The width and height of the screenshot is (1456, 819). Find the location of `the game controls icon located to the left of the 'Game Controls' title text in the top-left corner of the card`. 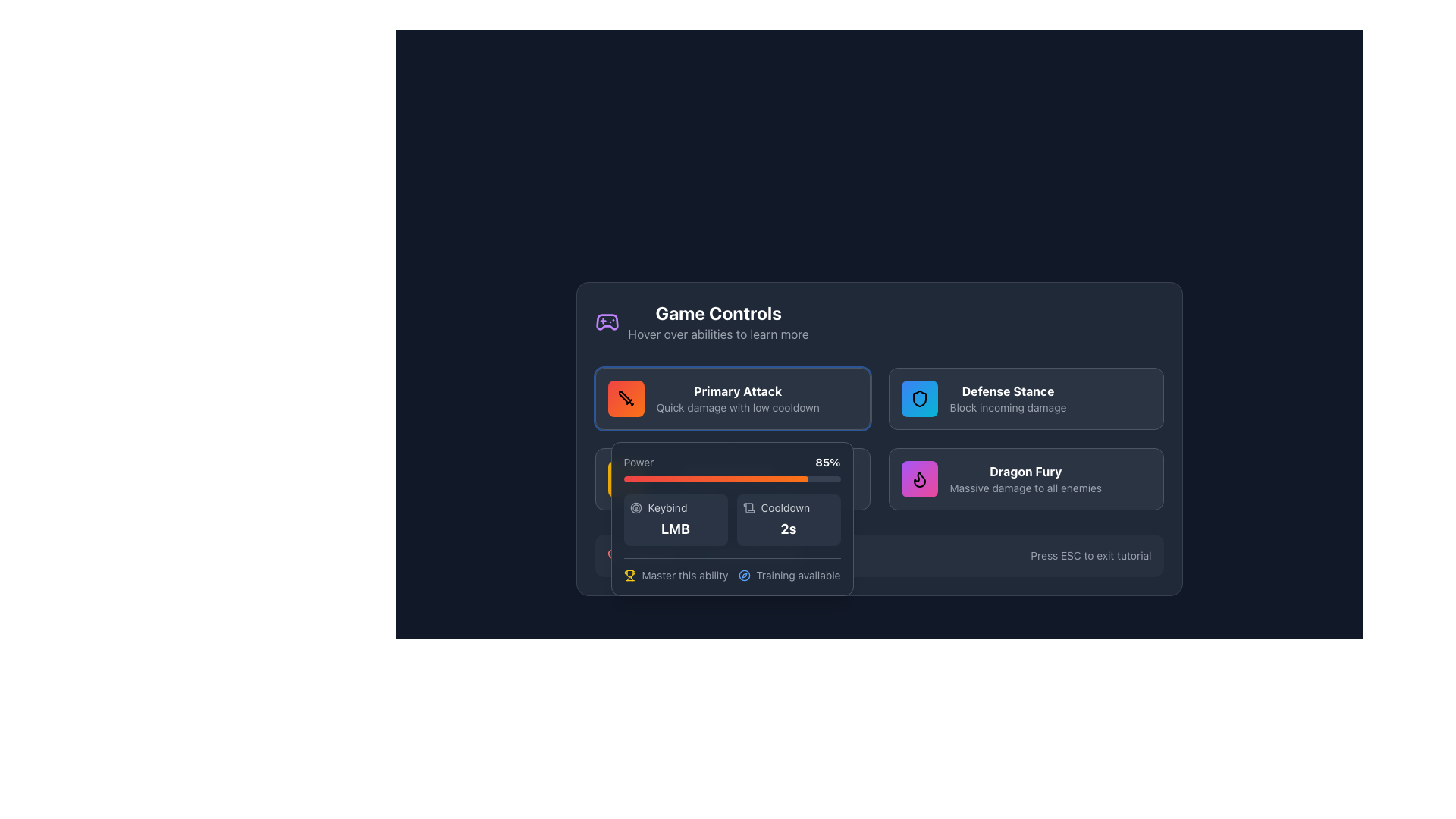

the game controls icon located to the left of the 'Game Controls' title text in the top-left corner of the card is located at coordinates (607, 321).